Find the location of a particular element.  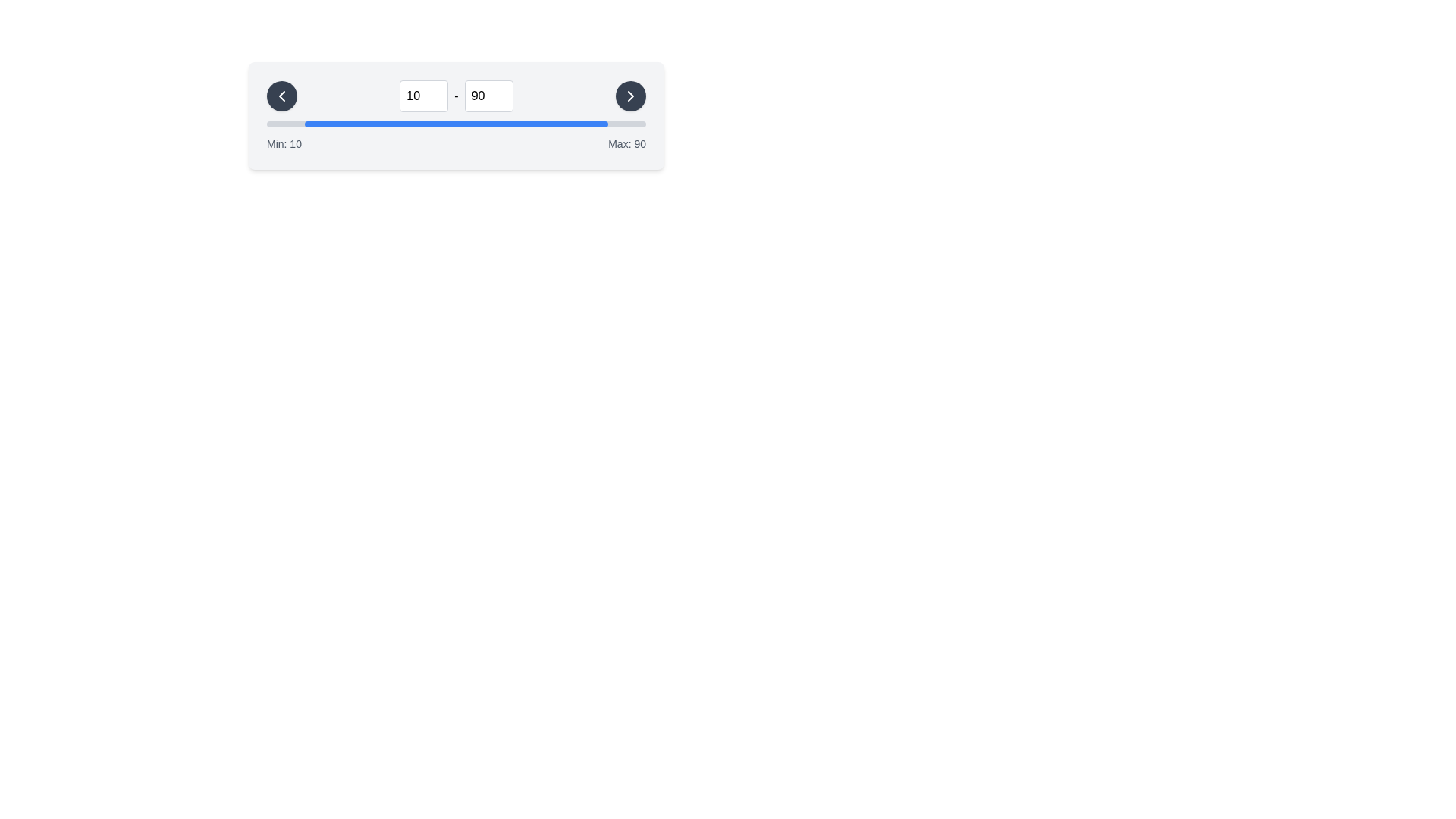

the static text label displaying 'Max: 90' which is located to the right of the label 'Min: 10' in a horizontal layout is located at coordinates (627, 143).